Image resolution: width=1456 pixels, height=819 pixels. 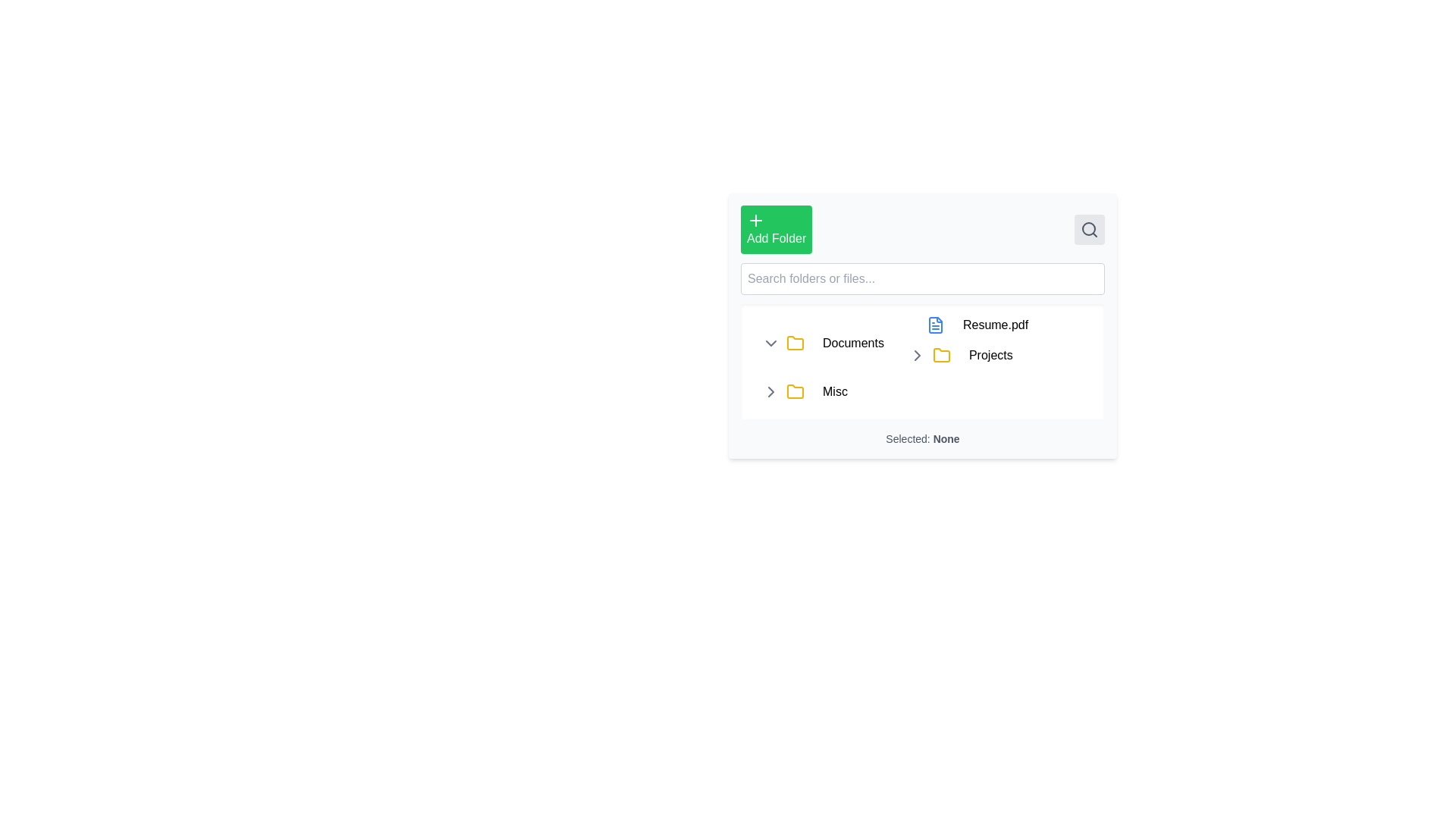 I want to click on the 'Projects' folder element located under the 'Documents' section, so click(x=971, y=356).